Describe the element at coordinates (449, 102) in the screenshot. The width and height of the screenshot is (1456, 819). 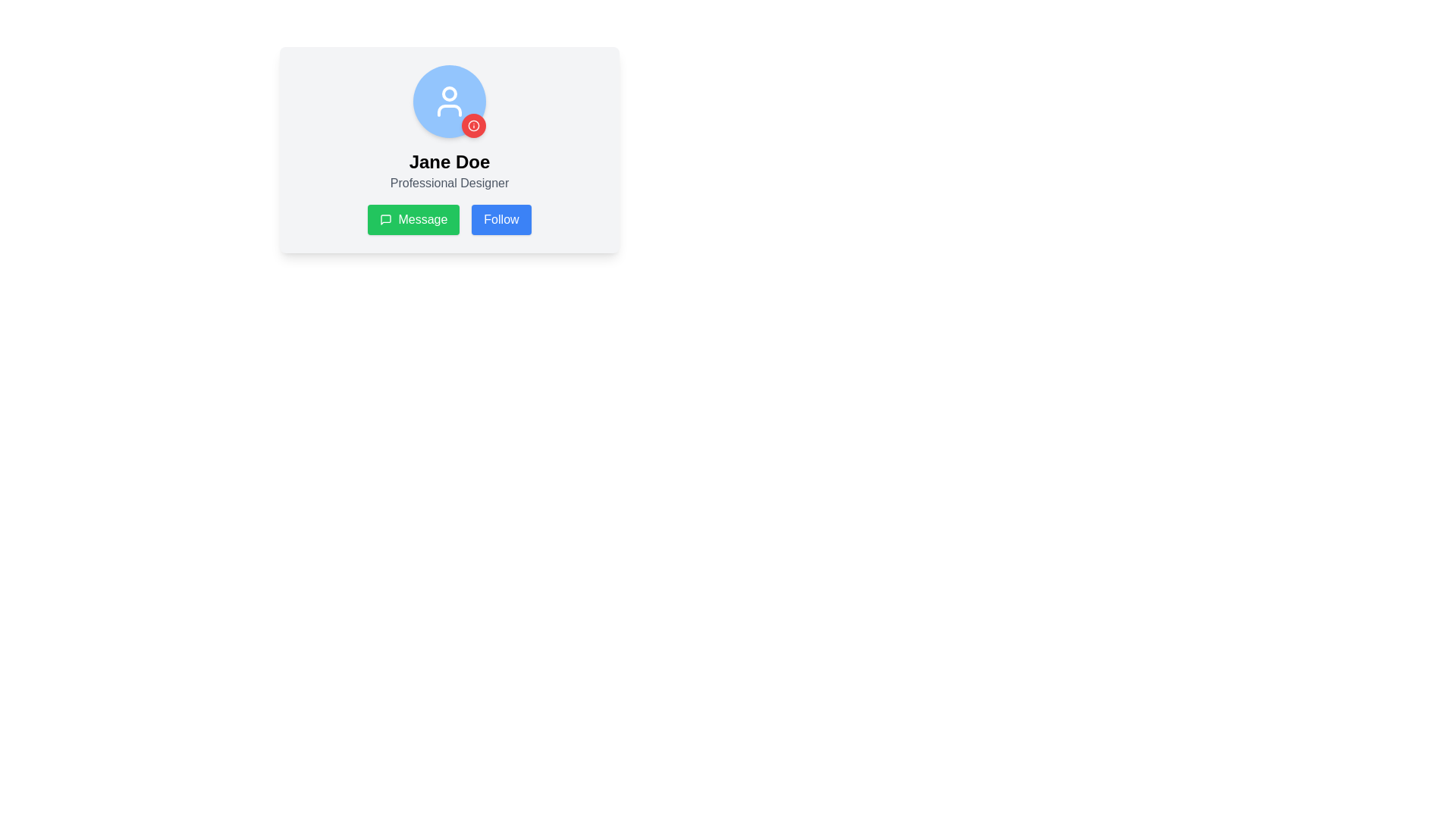
I see `the user profile icon, which is a circular badge` at that location.